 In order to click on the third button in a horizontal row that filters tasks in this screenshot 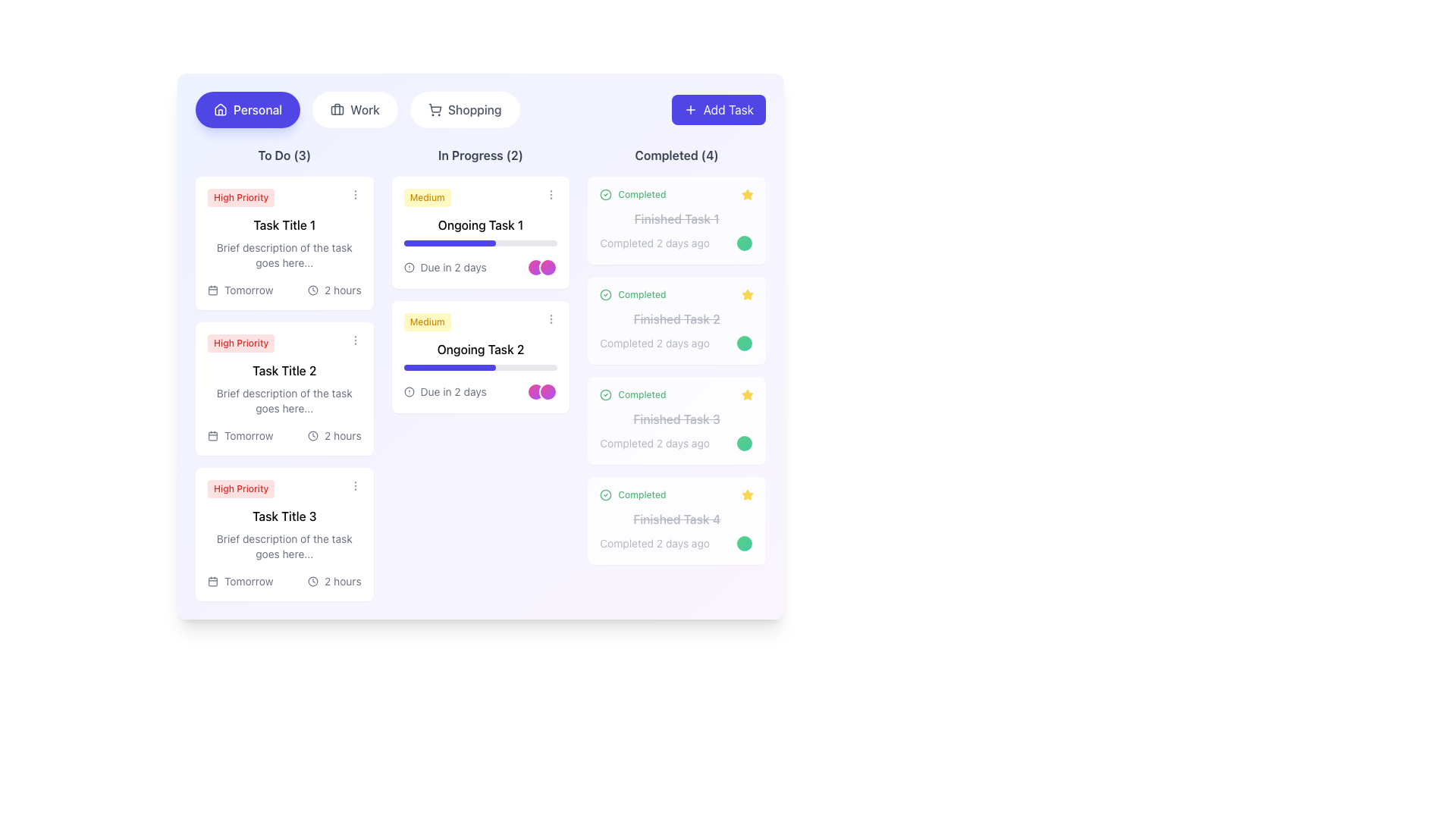, I will do `click(464, 109)`.